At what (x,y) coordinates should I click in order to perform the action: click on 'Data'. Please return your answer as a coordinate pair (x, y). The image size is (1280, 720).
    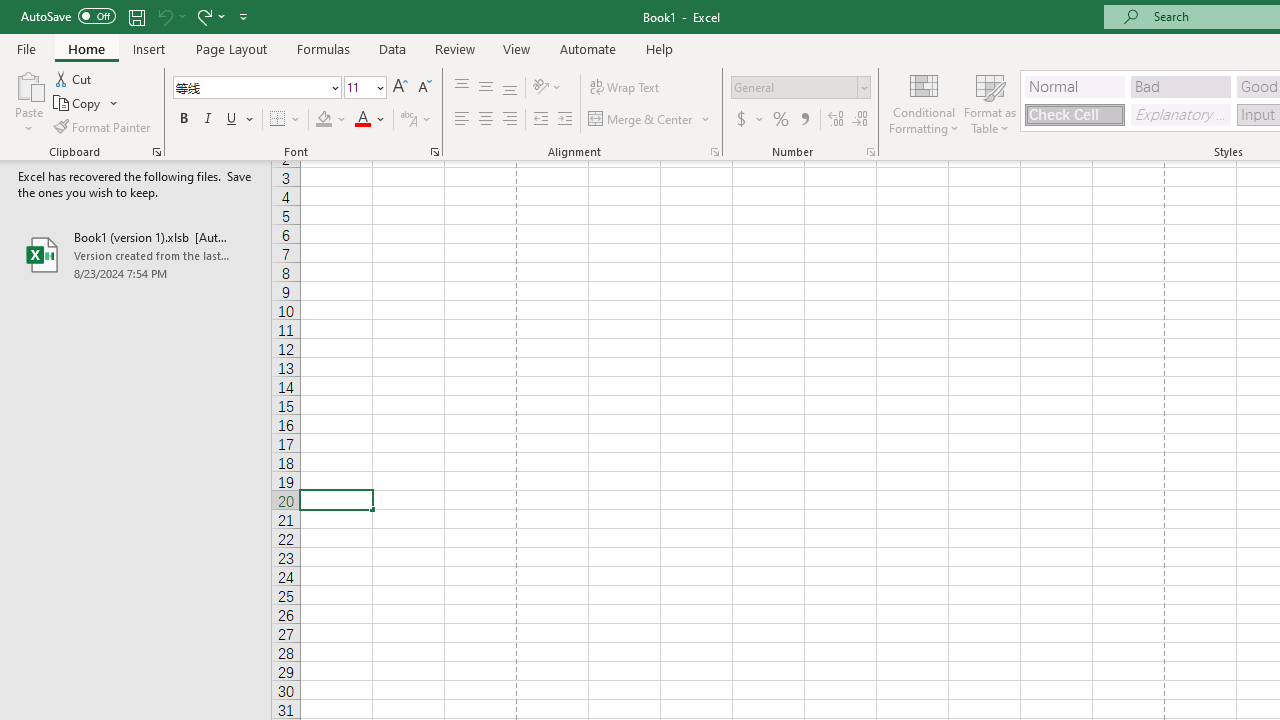
    Looking at the image, I should click on (392, 48).